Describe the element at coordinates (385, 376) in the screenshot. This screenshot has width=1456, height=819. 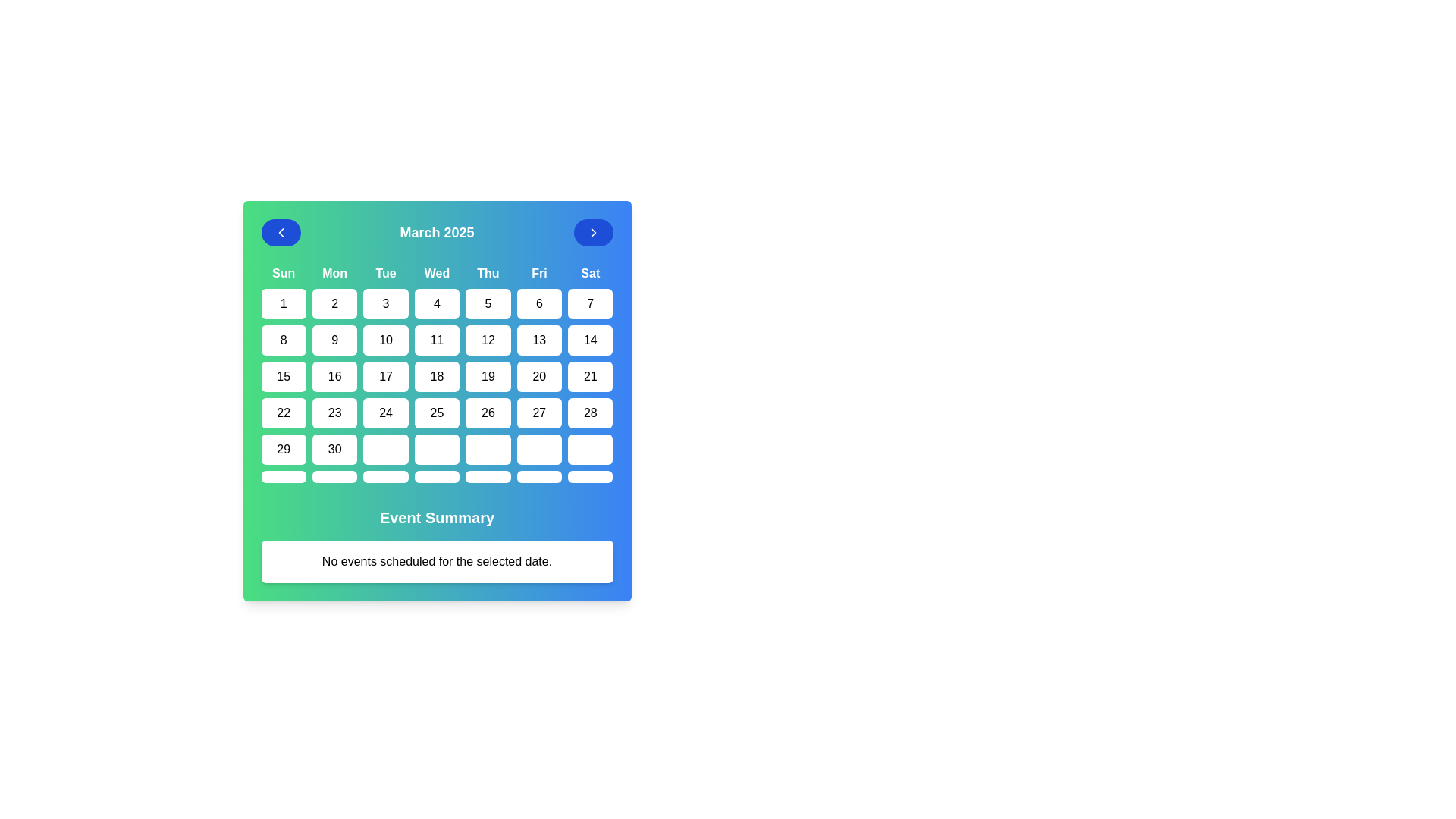
I see `the interactive calendar cell displaying the number '17' located under the 'Tue' column in the third row of dates` at that location.